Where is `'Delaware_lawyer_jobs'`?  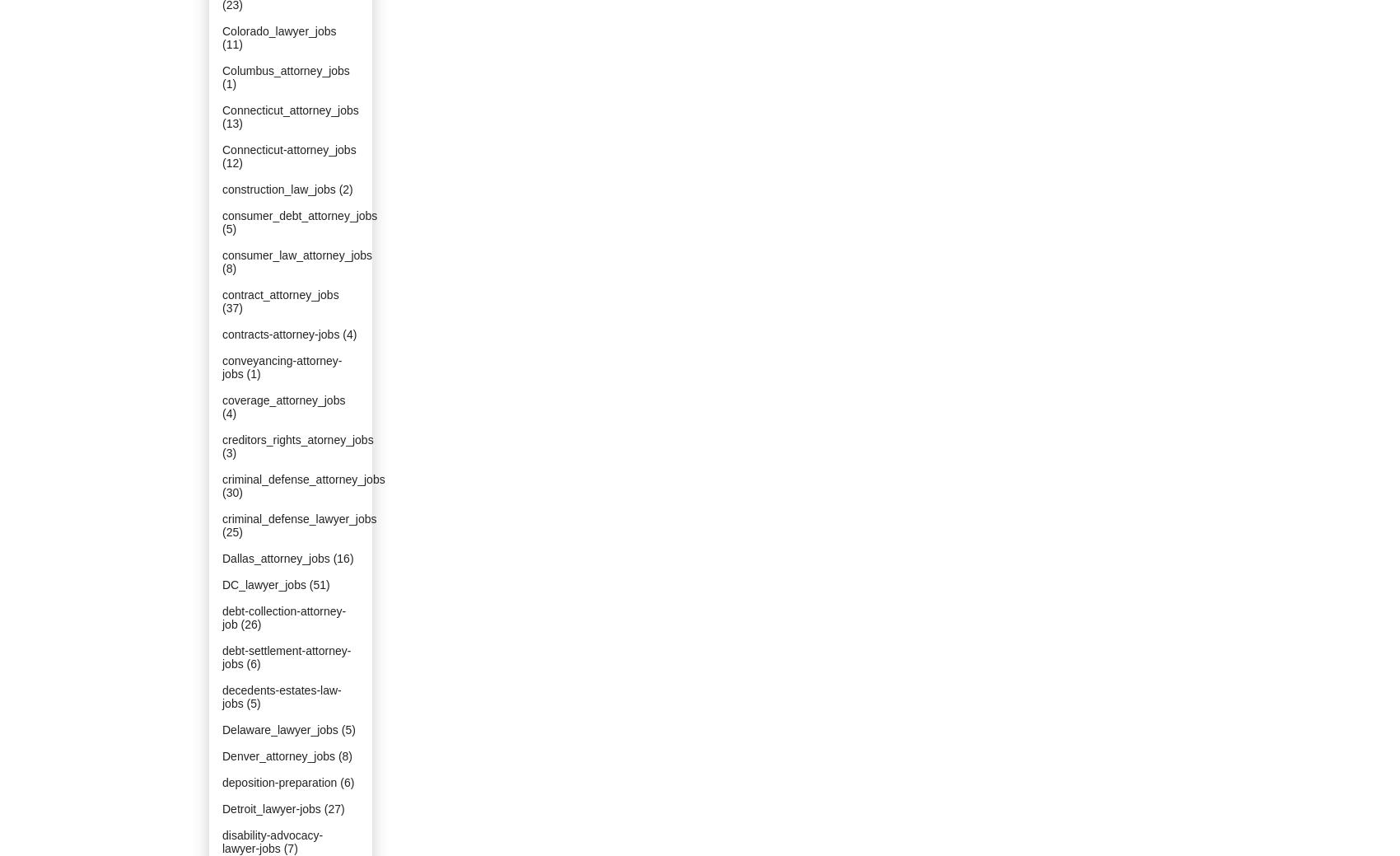 'Delaware_lawyer_jobs' is located at coordinates (279, 729).